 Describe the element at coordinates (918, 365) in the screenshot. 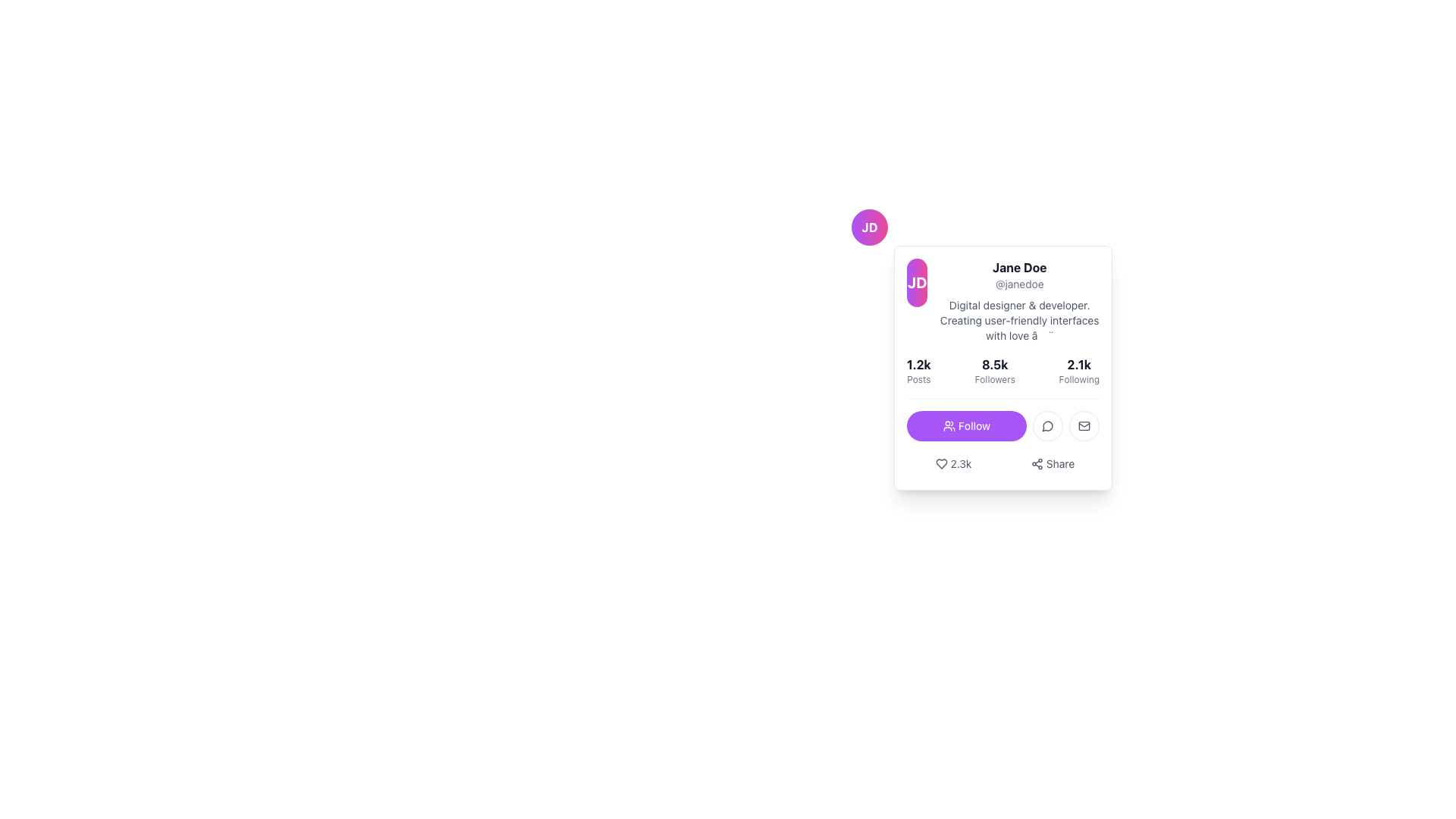

I see `the static text element that displays the count of posts associated with the user, which is positioned above the label 'Posts' in the user statistics panel` at that location.